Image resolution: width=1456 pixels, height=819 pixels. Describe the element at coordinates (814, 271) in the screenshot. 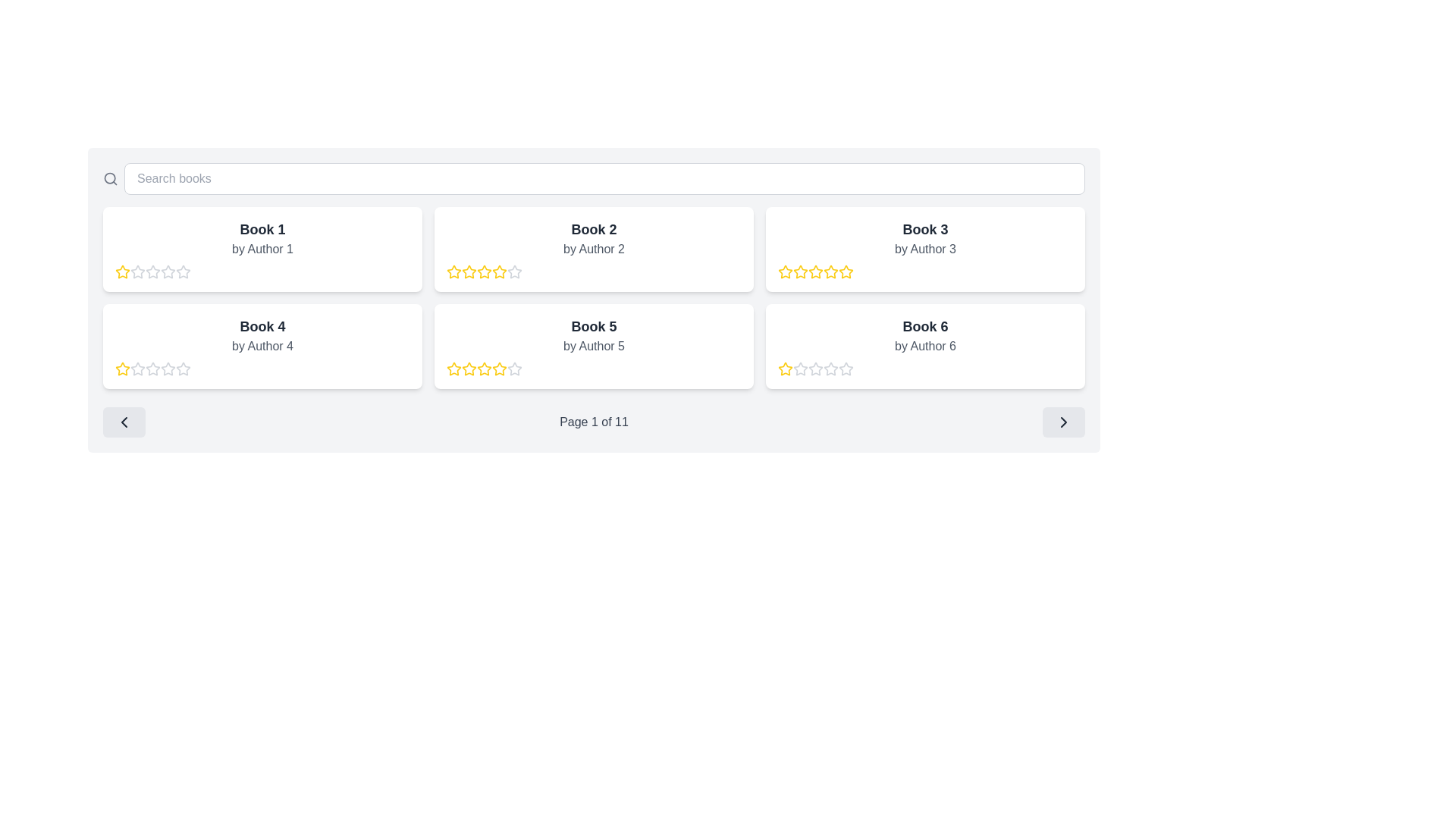

I see `the third rating star icon for 'Book 3 by Author 3'` at that location.